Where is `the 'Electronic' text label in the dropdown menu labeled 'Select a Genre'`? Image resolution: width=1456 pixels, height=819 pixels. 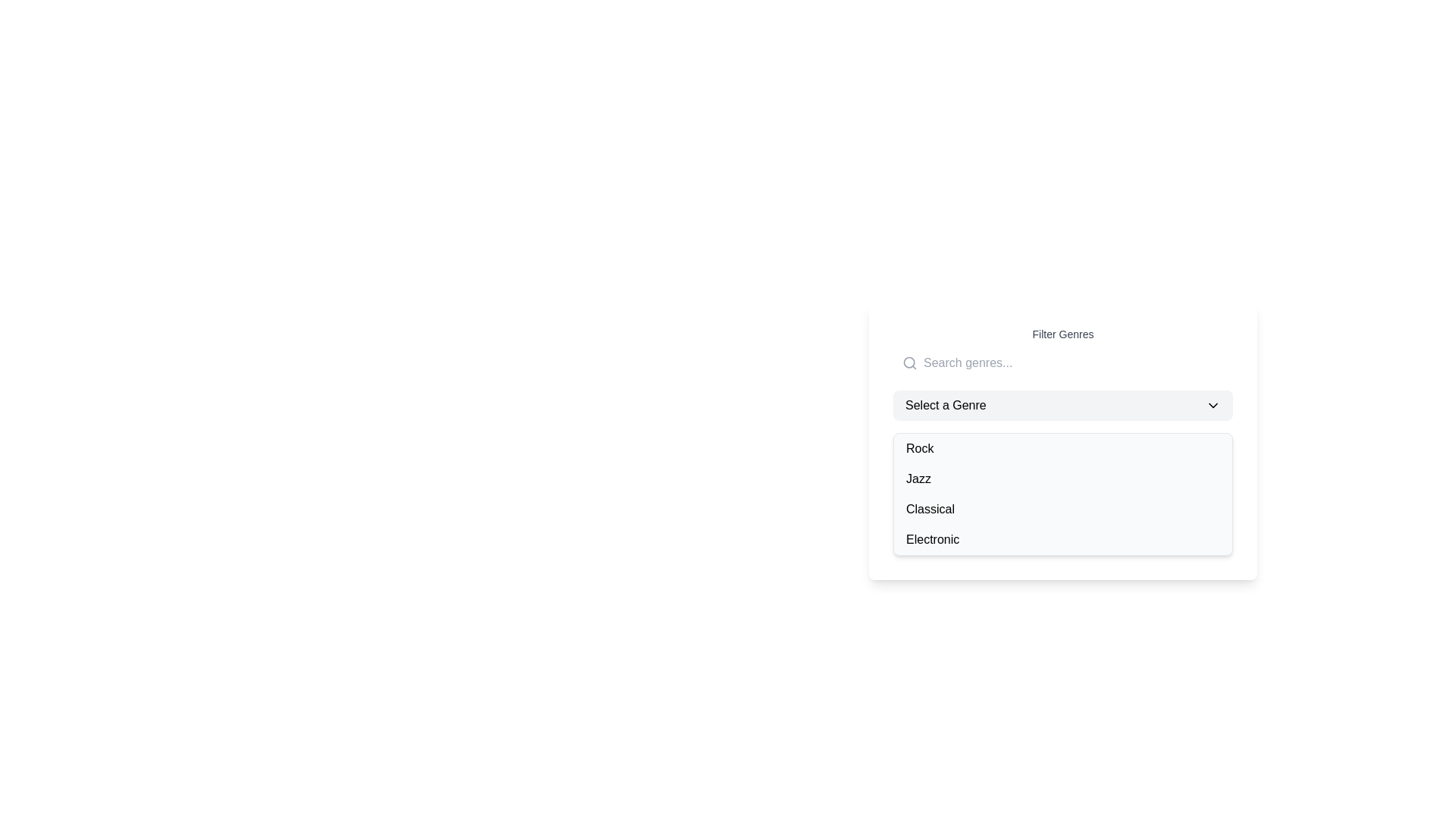
the 'Electronic' text label in the dropdown menu labeled 'Select a Genre' is located at coordinates (932, 539).